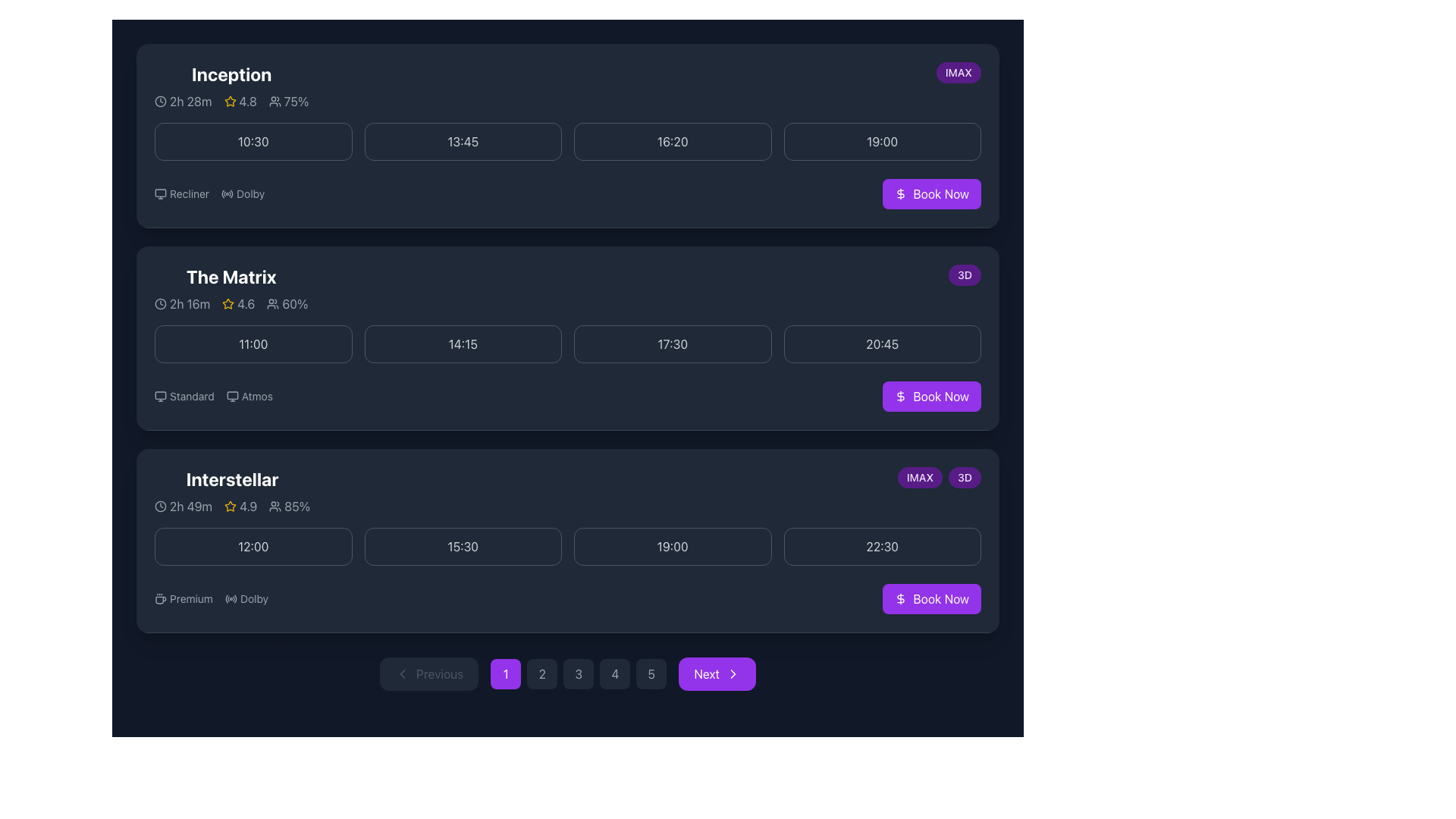 The image size is (1456, 819). Describe the element at coordinates (240, 506) in the screenshot. I see `the Rating display for the movie 'Interstellar', which features a yellow star icon and the text '4.9', located between the runtime and percentage rating` at that location.